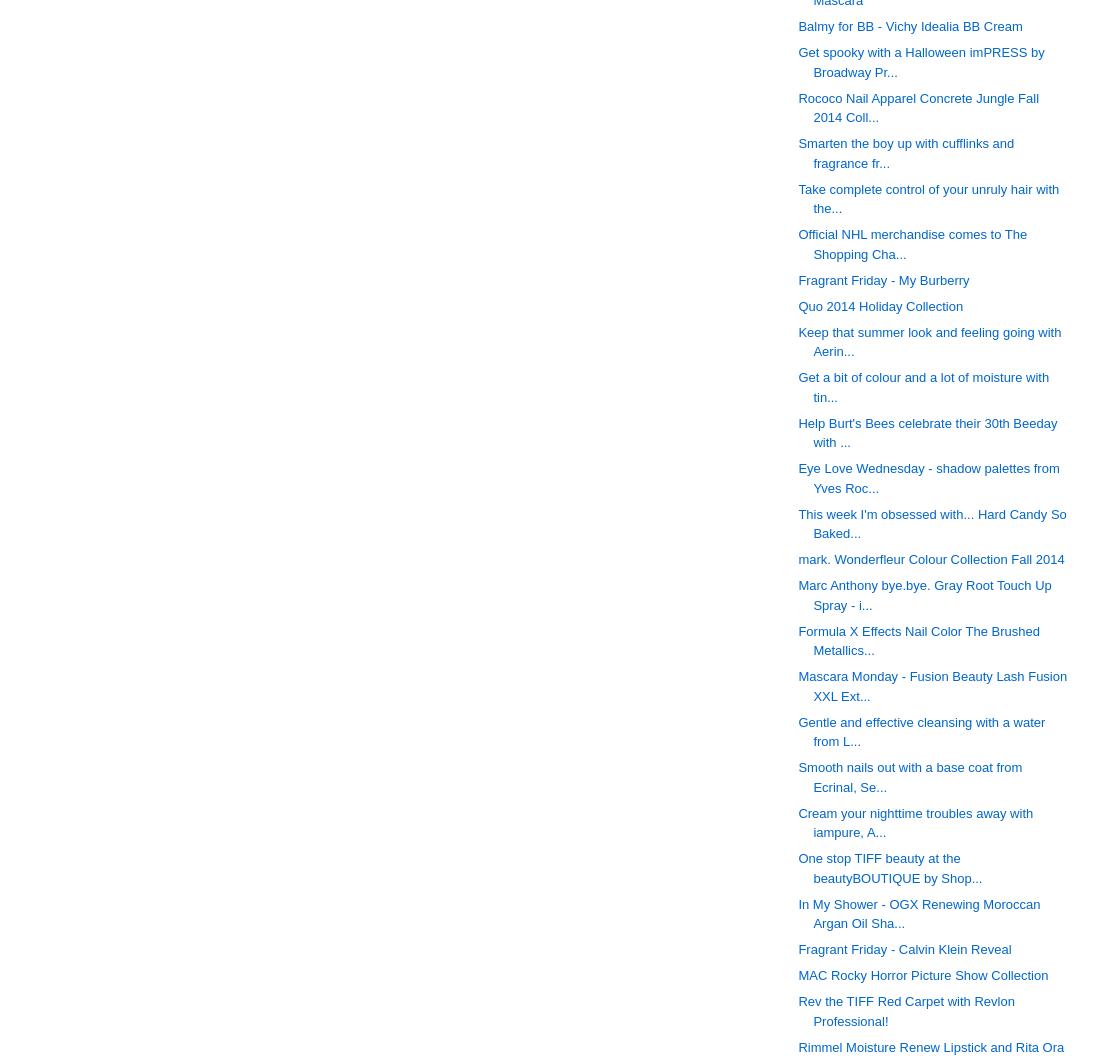 Image resolution: width=1100 pixels, height=1056 pixels. I want to click on 'Smooth nails out with a base coat from Ecrinal, Se...', so click(910, 776).